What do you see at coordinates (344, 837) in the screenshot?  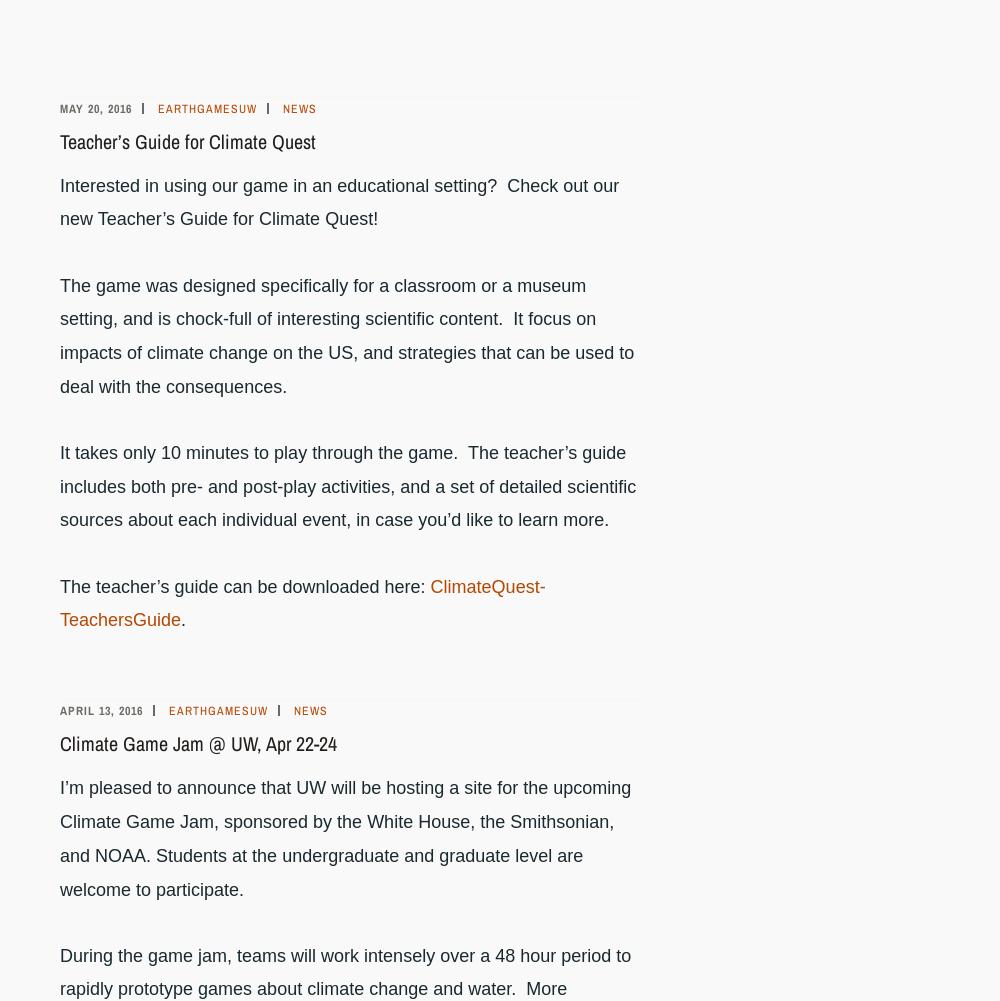 I see `'I’m pleased to announce that UW will be hosting a site for the upcoming Climate Game Jam, sponsored by the White House, the Smithsonian, and NOAA. Students at the undergraduate and graduate level are welcome to participate.'` at bounding box center [344, 837].